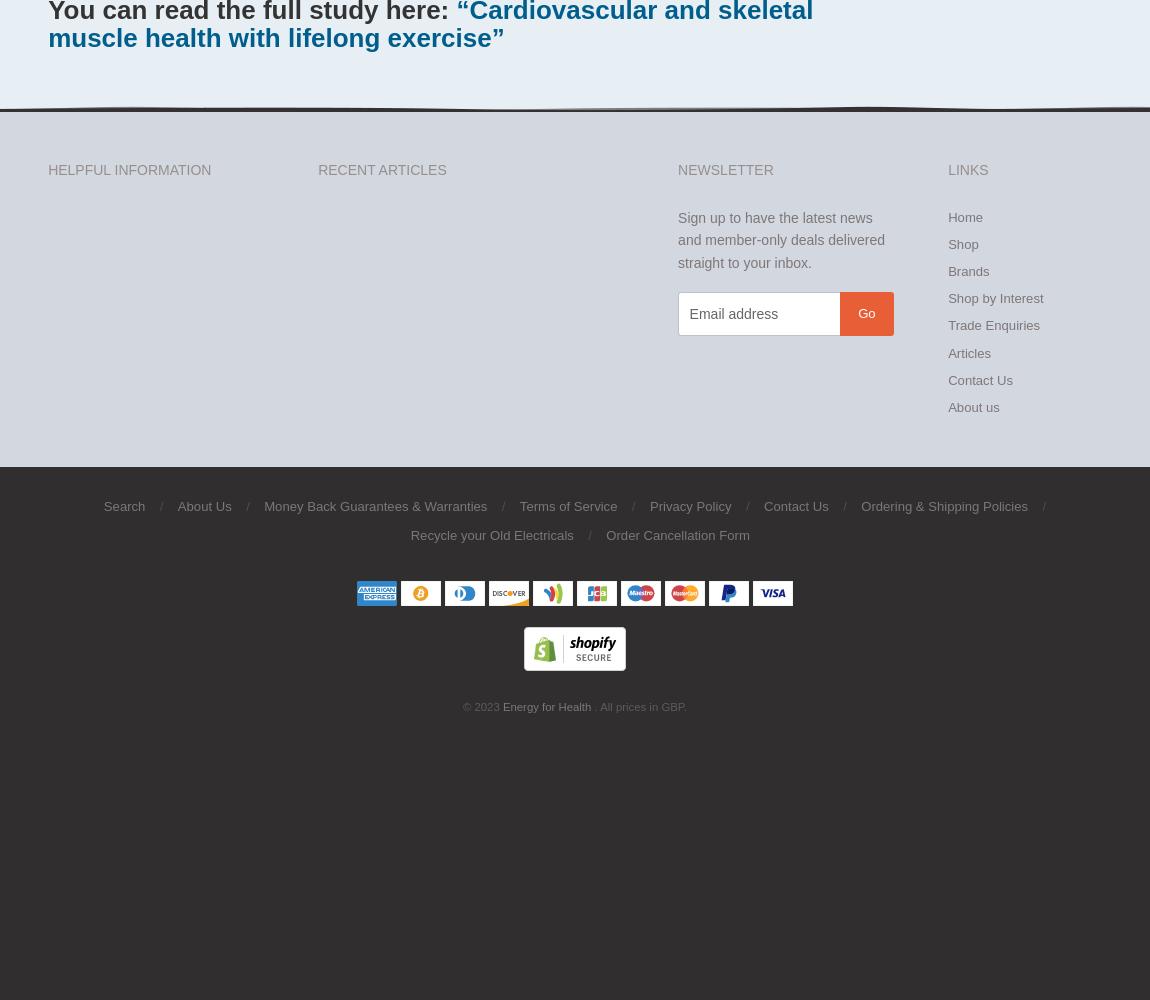 Image resolution: width=1150 pixels, height=1000 pixels. Describe the element at coordinates (677, 169) in the screenshot. I see `'Newsletter'` at that location.